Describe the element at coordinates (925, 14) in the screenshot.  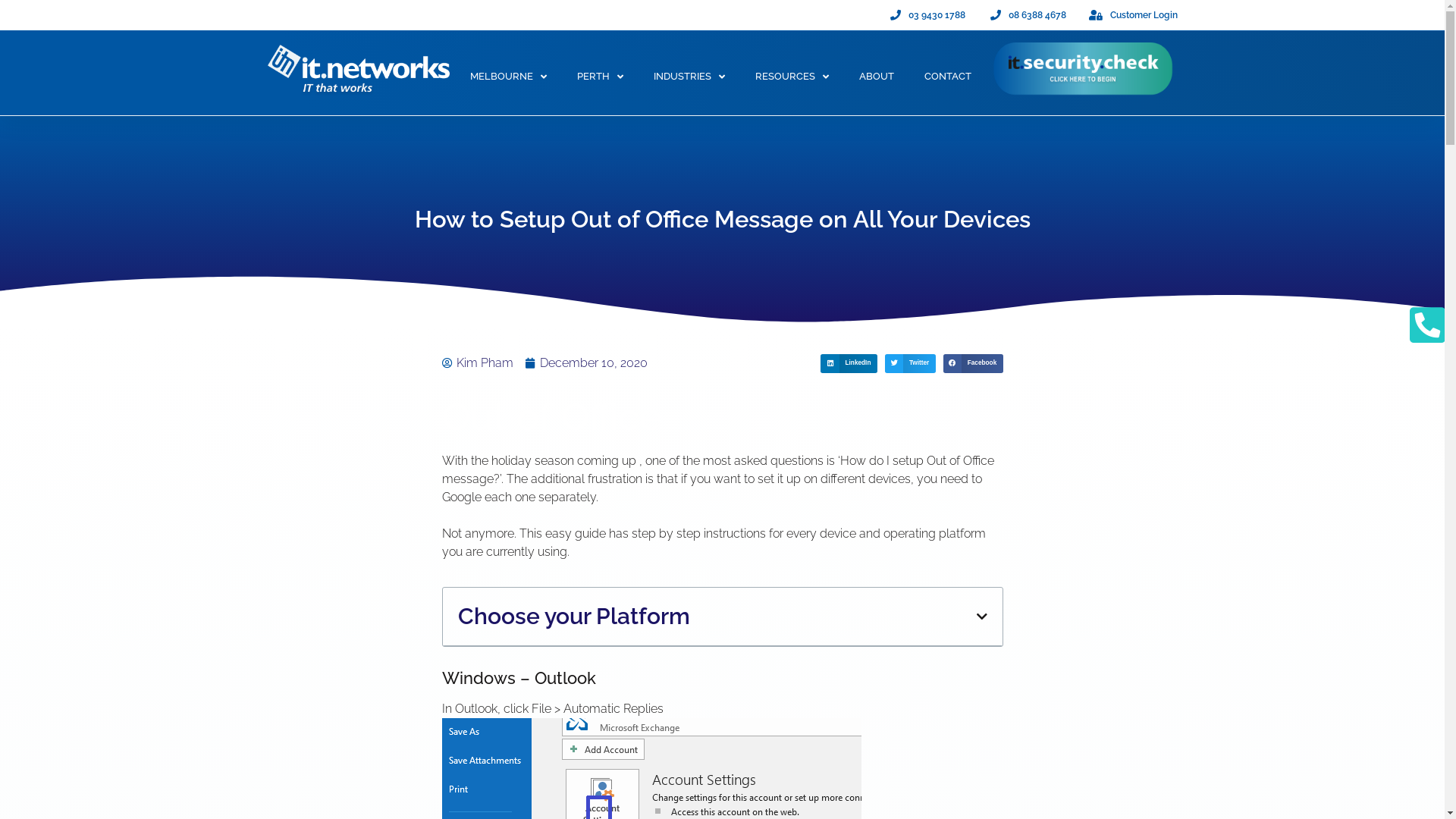
I see `'03 9430 1788'` at that location.